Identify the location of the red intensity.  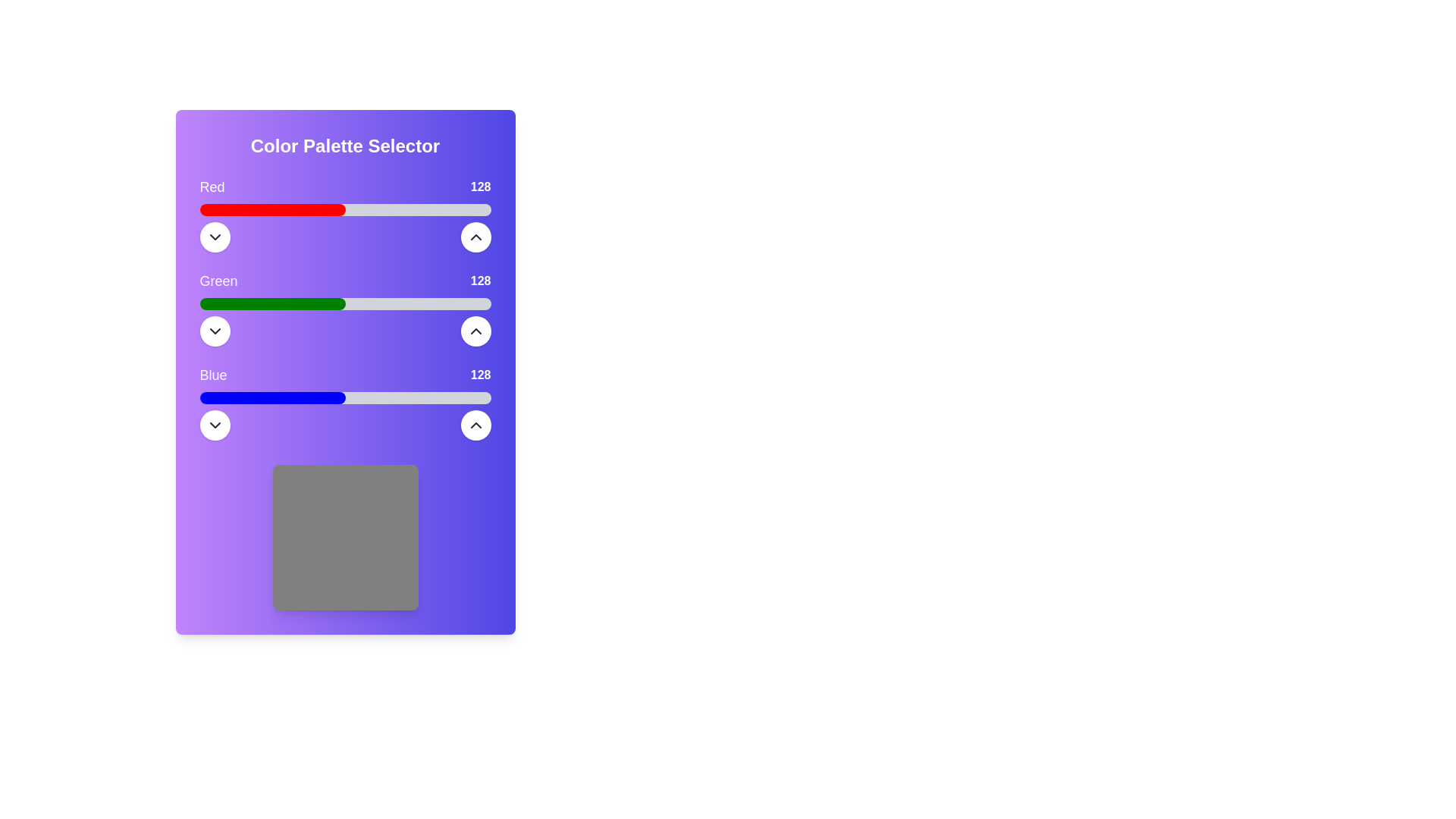
(306, 210).